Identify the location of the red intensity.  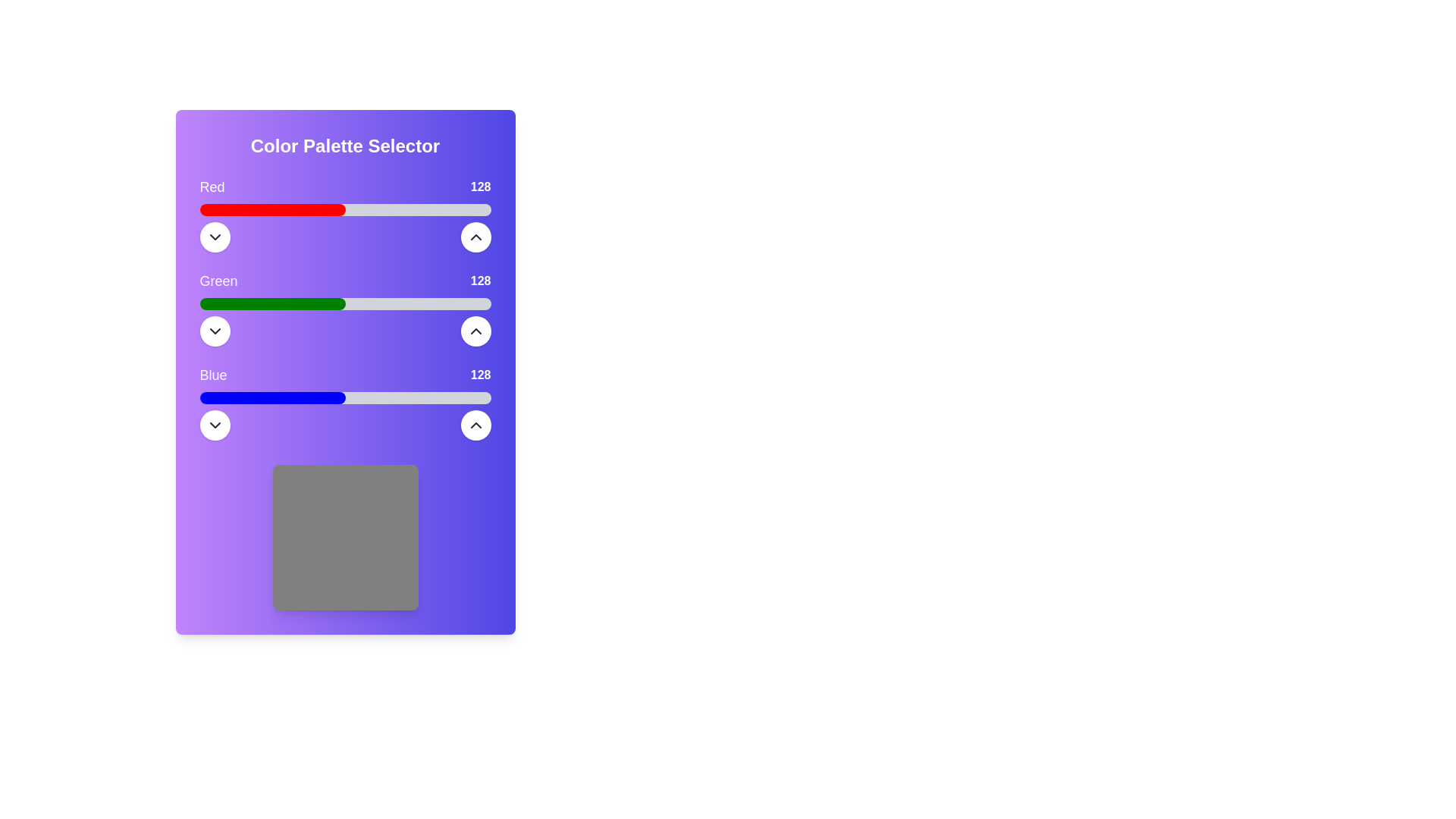
(306, 210).